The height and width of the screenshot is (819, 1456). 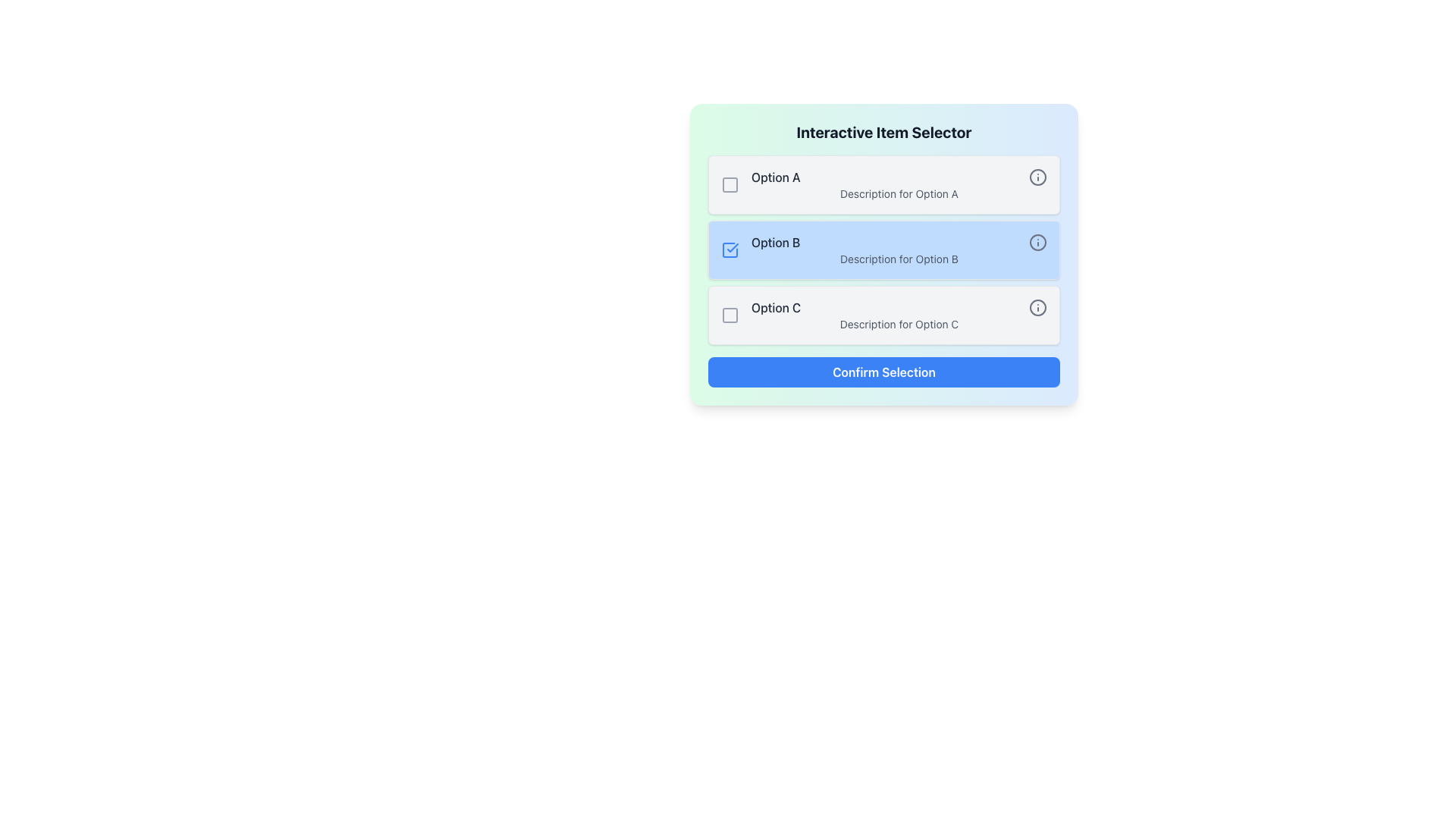 What do you see at coordinates (730, 184) in the screenshot?
I see `the checkbox control for 'Option A', which is visually indicated by the decorative SVG element within its bounds` at bounding box center [730, 184].